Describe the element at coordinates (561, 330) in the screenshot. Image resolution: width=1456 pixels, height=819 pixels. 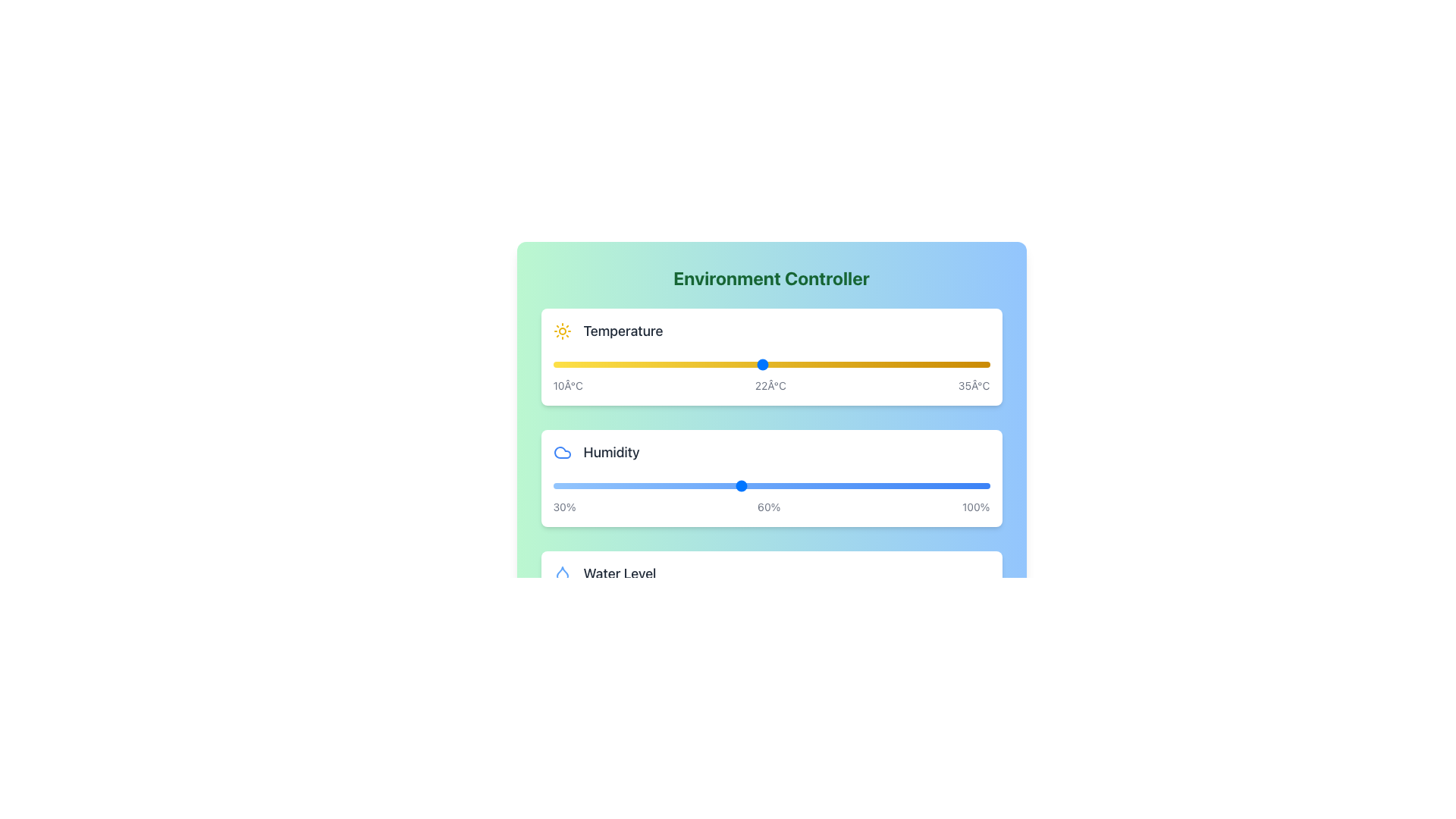
I see `the sun-shaped icon located on the left side of the header section labeled 'Temperature', which is styled in yellow and has rays extending outward` at that location.